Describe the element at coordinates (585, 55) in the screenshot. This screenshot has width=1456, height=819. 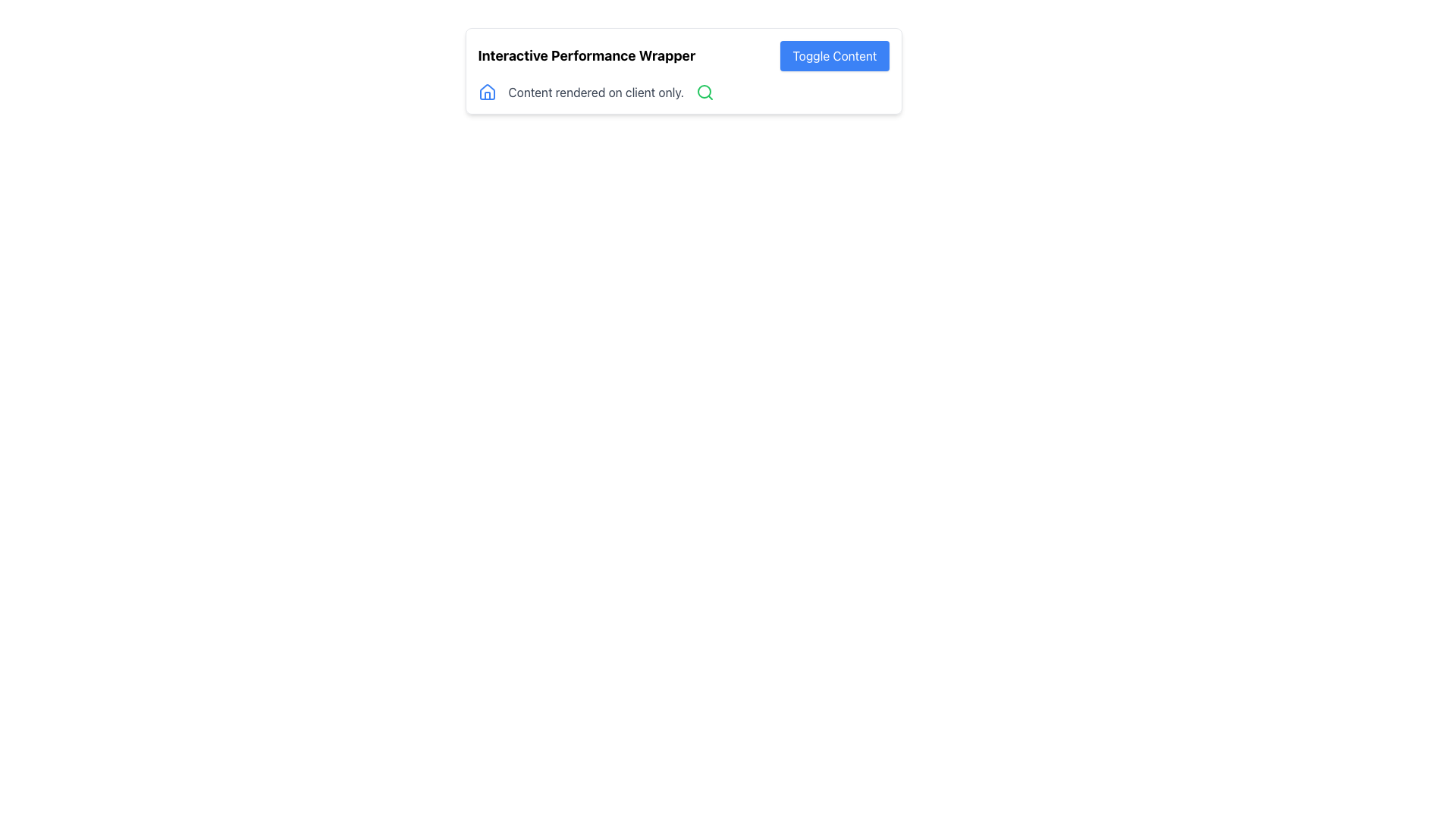
I see `the Text Label displaying 'Interactive Performance Wrapper', which is styled with a bold font and serves as a header in the upper left section of the interface` at that location.